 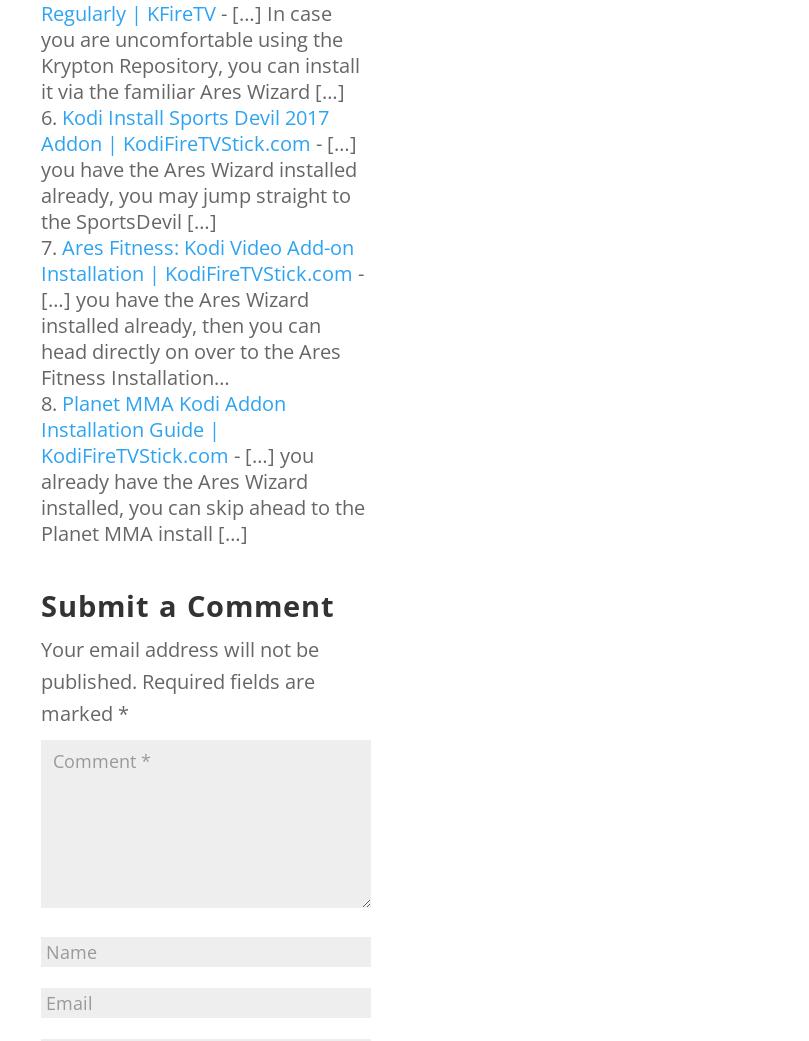 I want to click on 'Required fields are marked', so click(x=176, y=696).